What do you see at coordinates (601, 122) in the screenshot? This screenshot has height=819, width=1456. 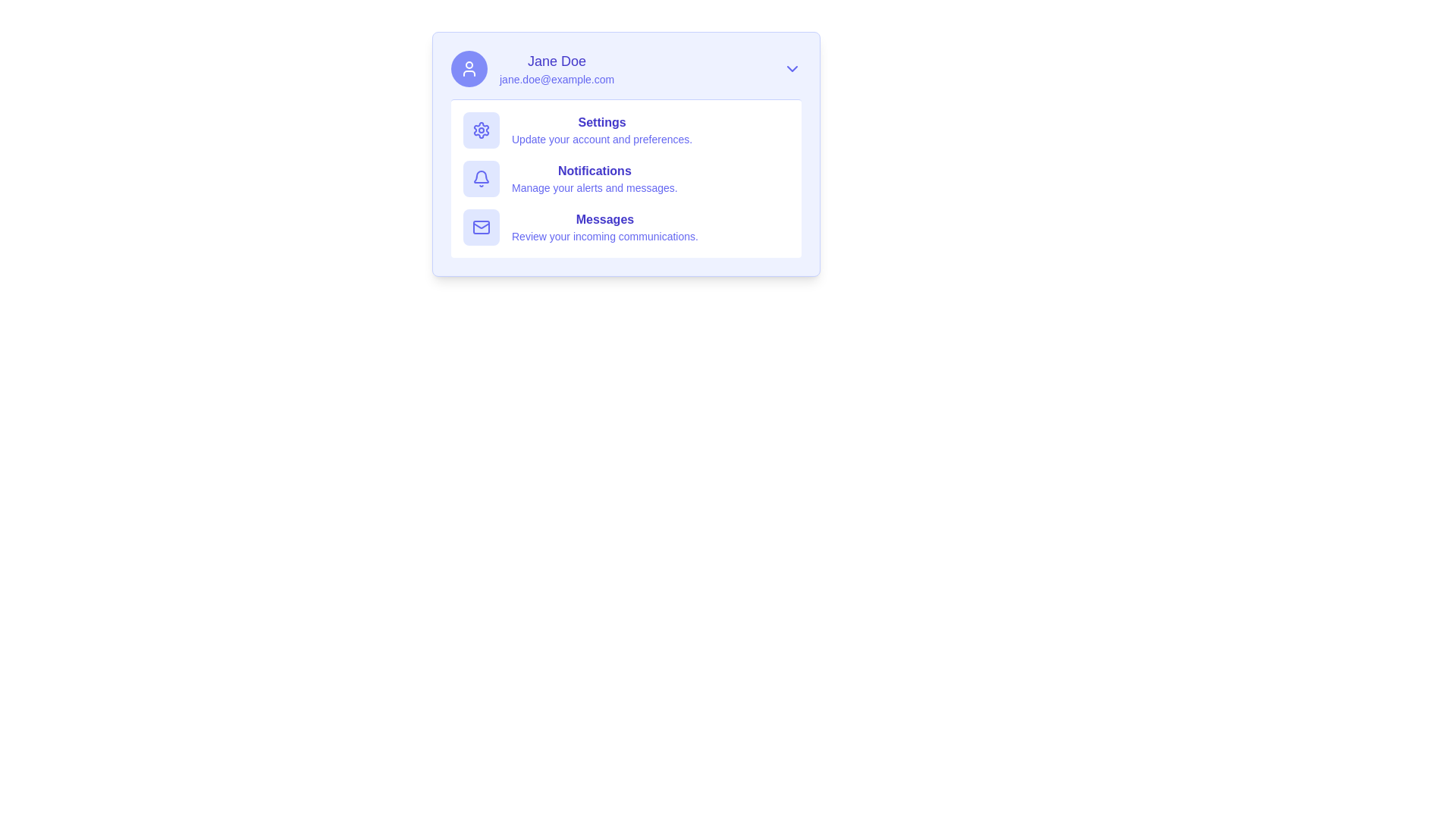 I see `the 'Settings' text label, which is styled with a medium-sized, indigo-colored bold font and is positioned at the top center of the profile settings menu` at bounding box center [601, 122].